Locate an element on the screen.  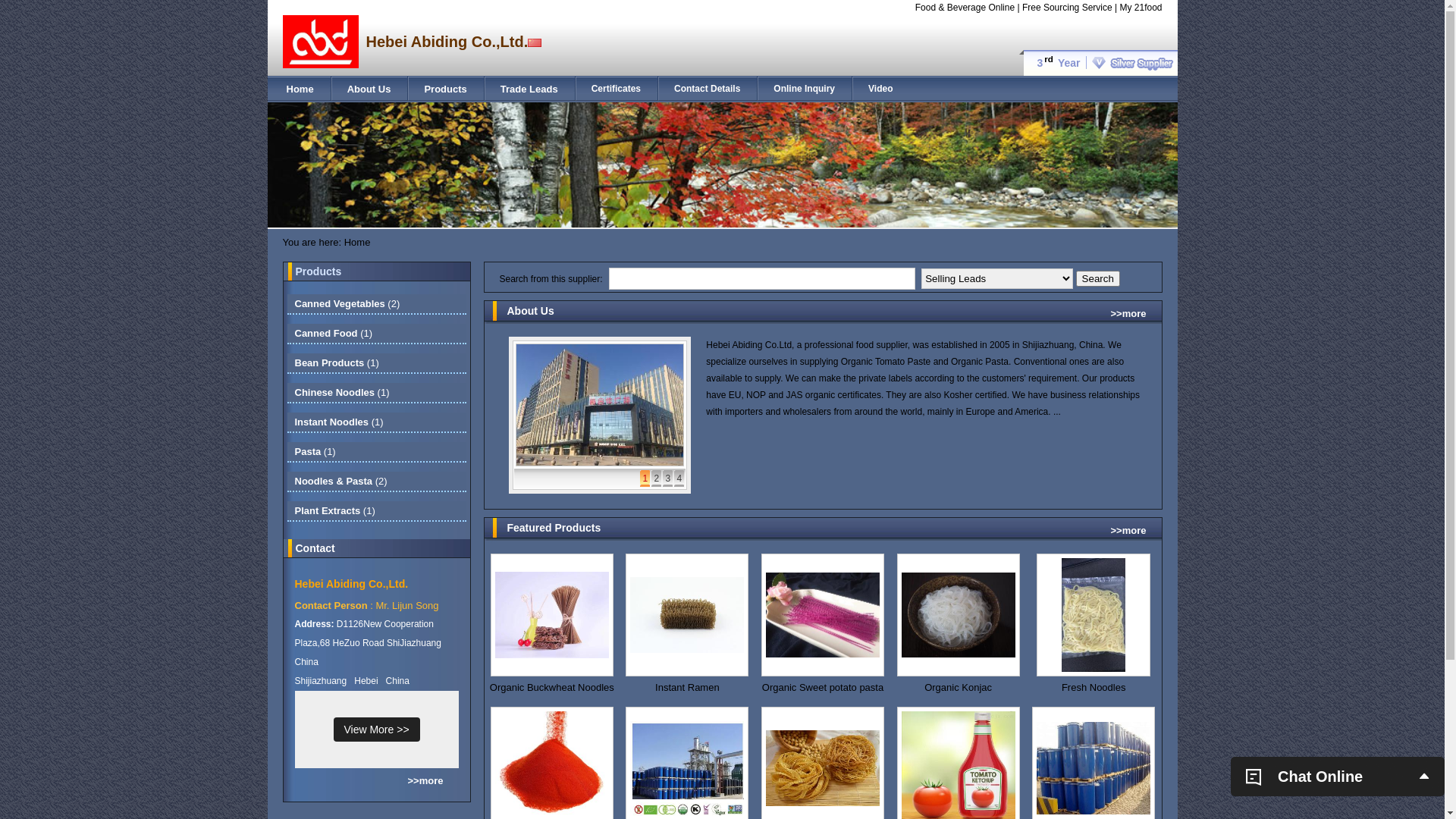
'Instant Ramen' is located at coordinates (686, 687).